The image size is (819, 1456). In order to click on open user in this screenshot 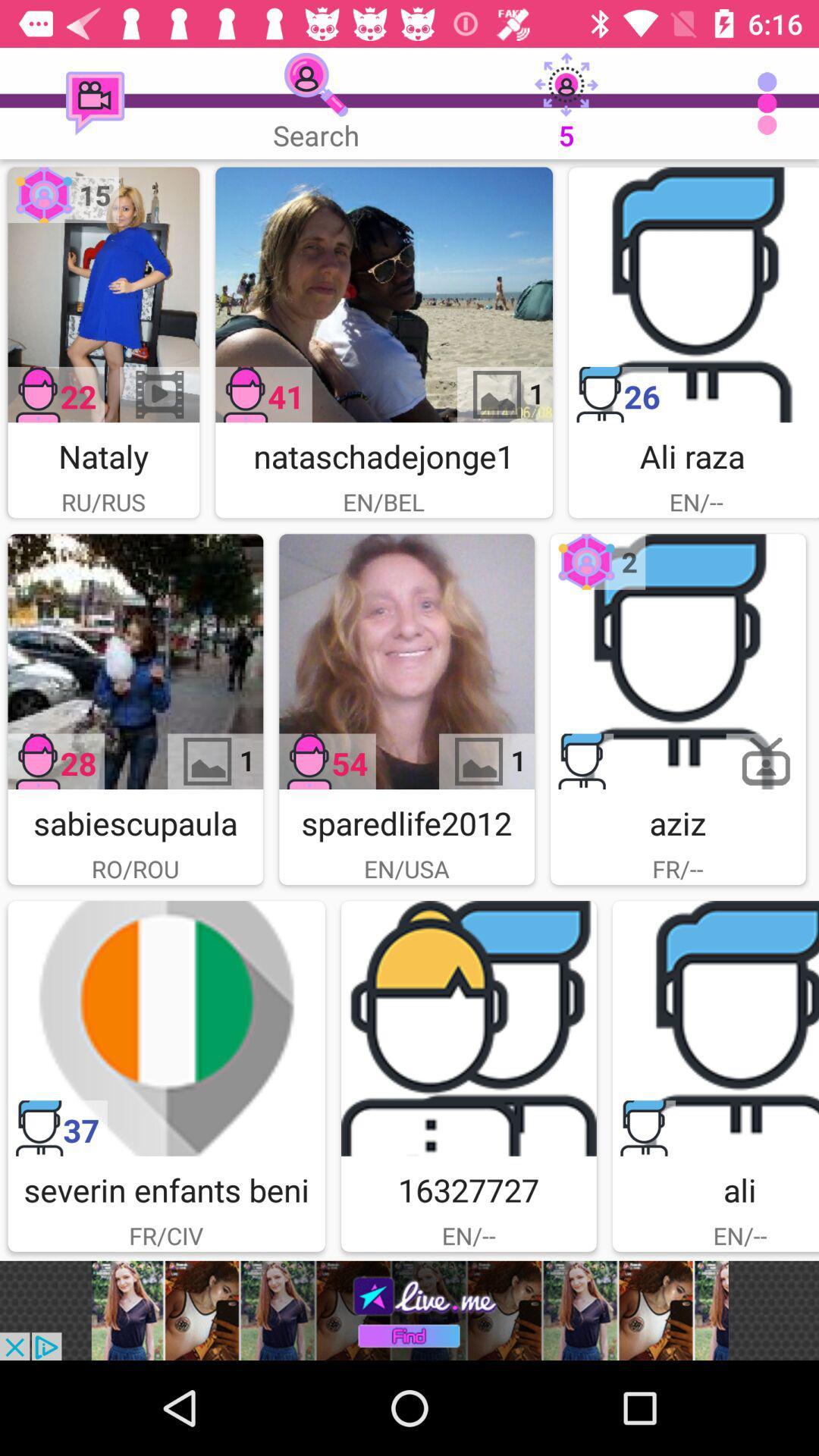, I will do `click(166, 1028)`.